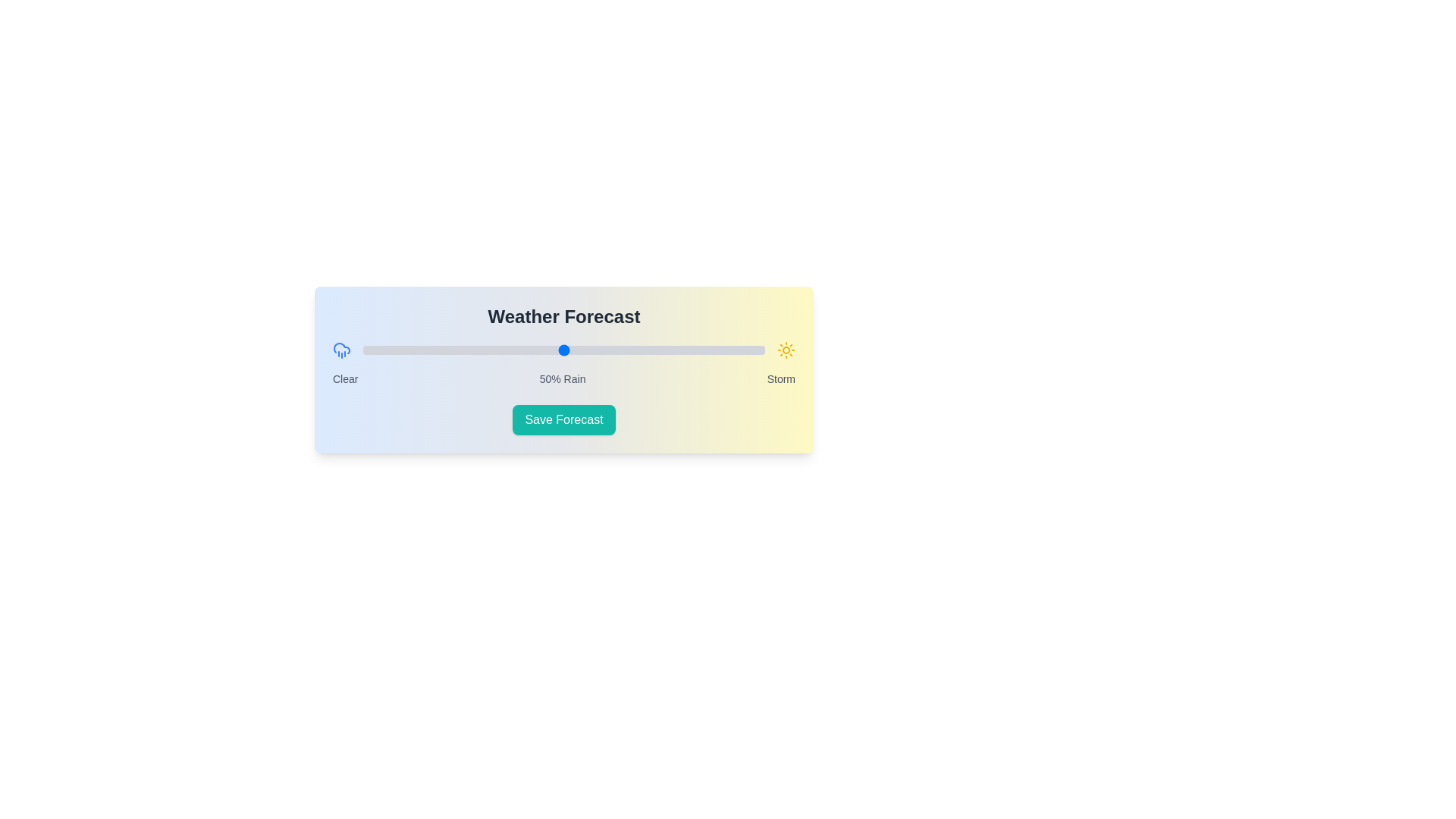  What do you see at coordinates (708, 350) in the screenshot?
I see `the slider to set the rain probability to 86%` at bounding box center [708, 350].